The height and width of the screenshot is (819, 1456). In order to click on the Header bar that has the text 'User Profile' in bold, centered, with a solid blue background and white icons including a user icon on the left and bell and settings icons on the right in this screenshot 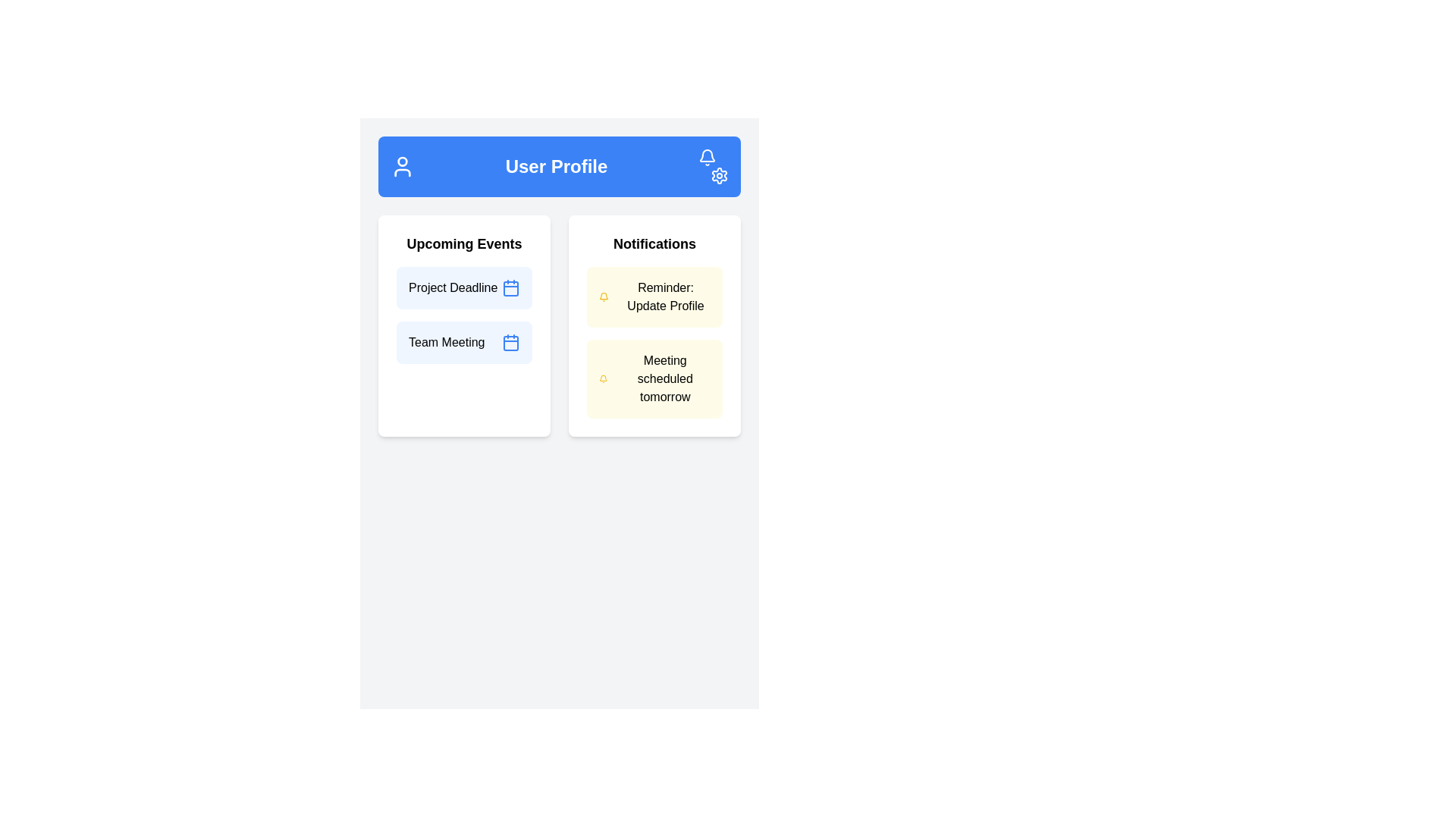, I will do `click(559, 166)`.